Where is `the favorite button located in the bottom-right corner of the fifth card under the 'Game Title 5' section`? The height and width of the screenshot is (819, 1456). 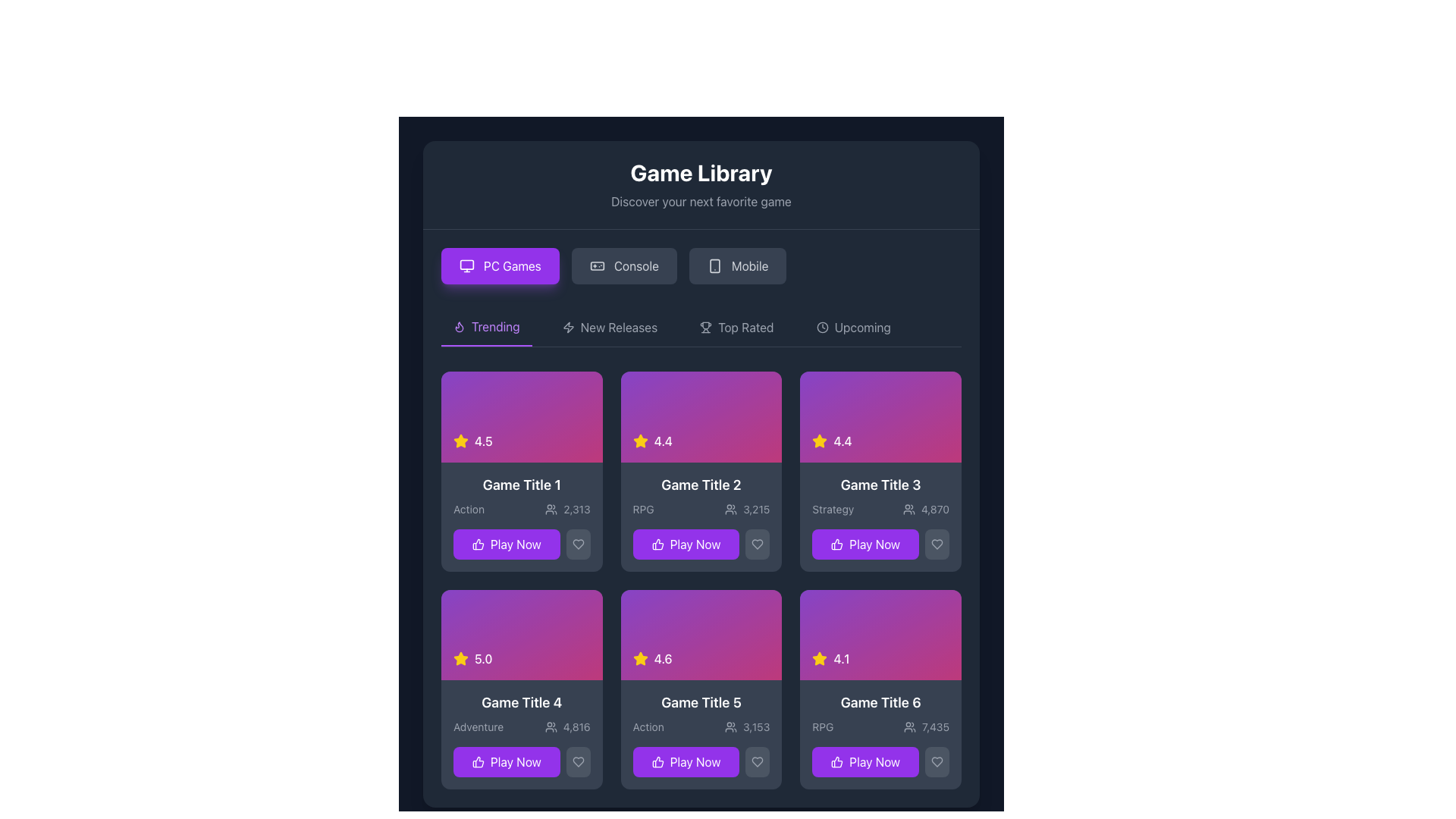
the favorite button located in the bottom-right corner of the fifth card under the 'Game Title 5' section is located at coordinates (758, 762).